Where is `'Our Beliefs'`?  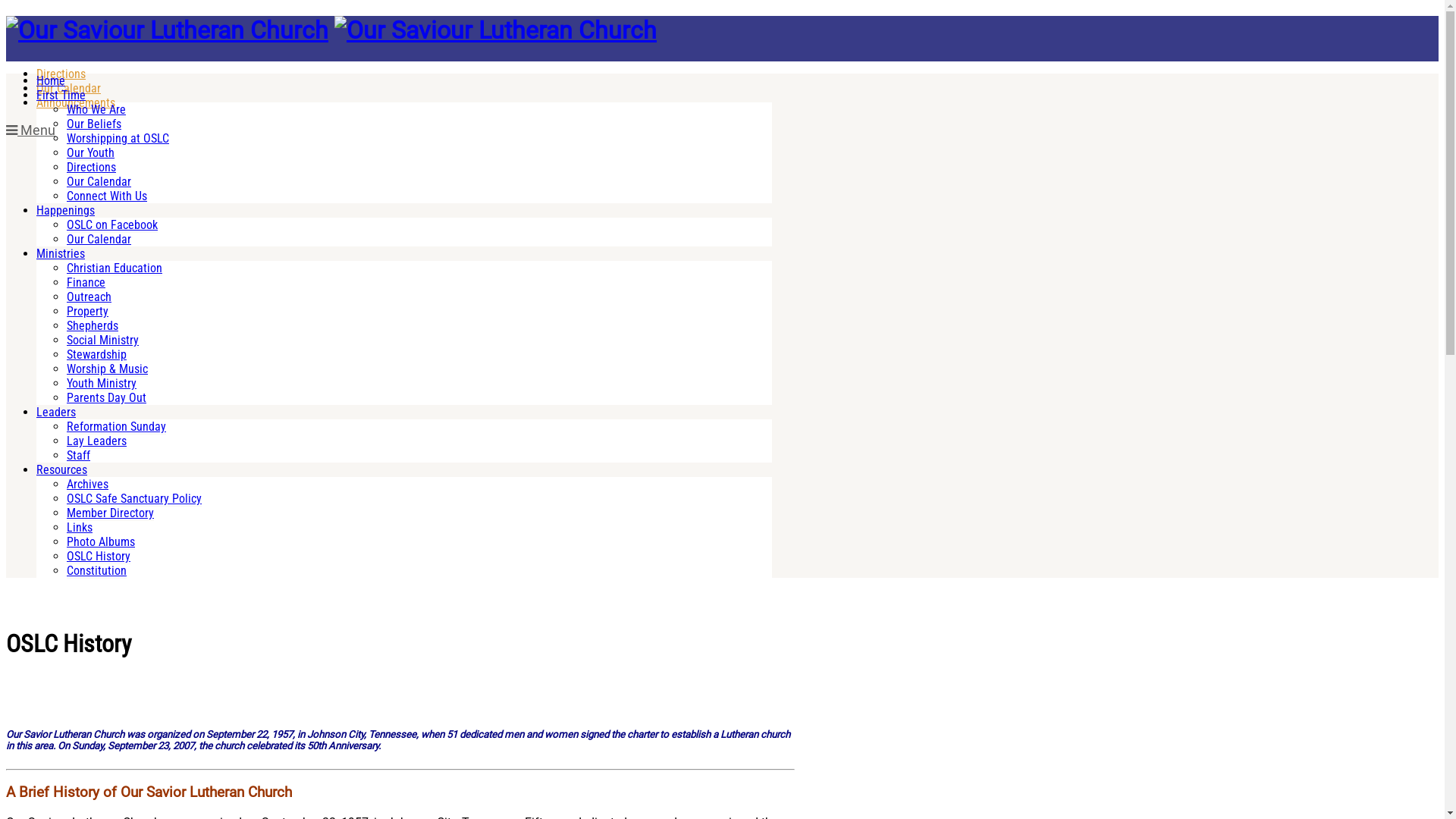 'Our Beliefs' is located at coordinates (93, 124).